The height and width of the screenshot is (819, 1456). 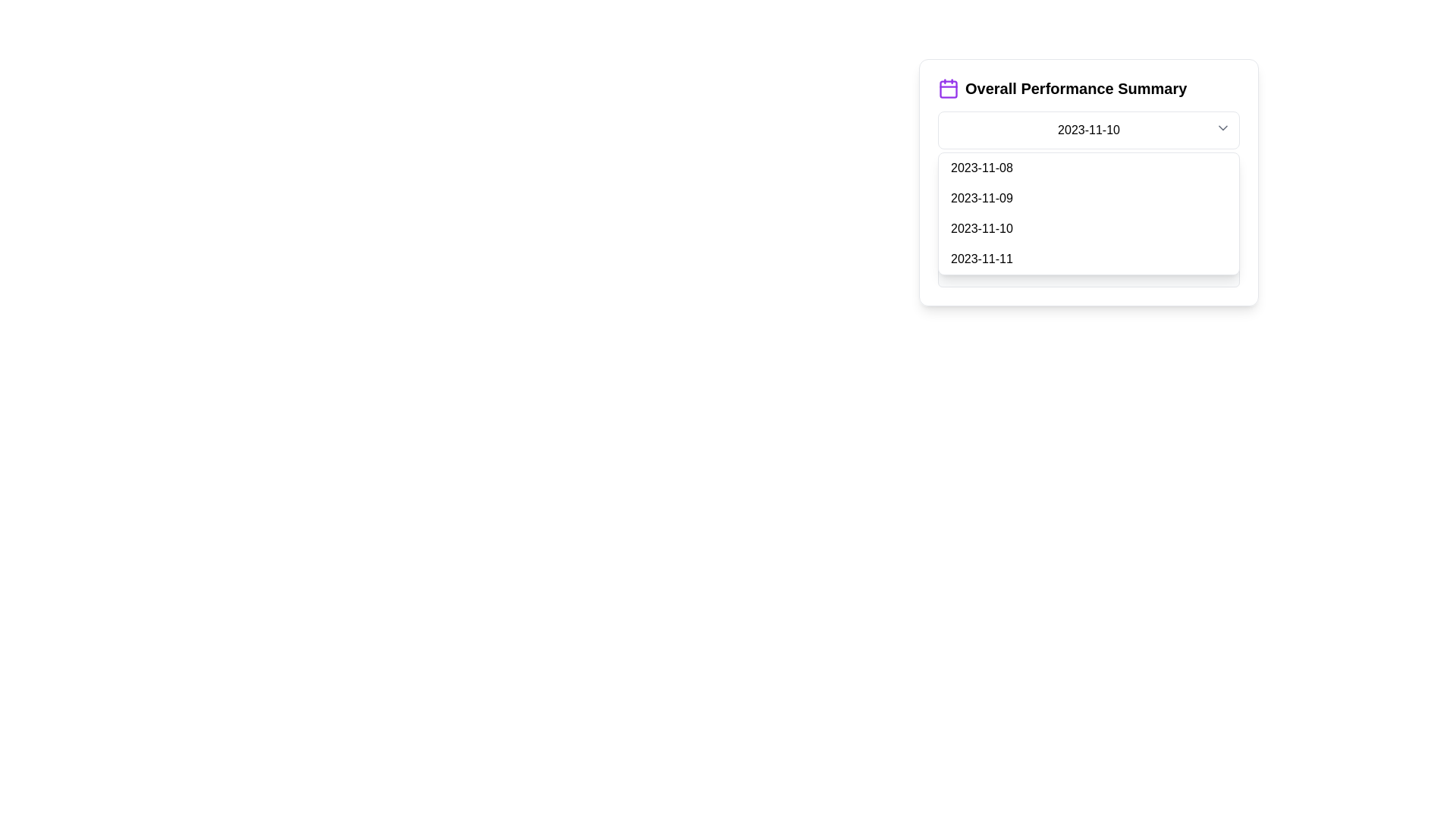 I want to click on the dropdown menu displaying the date '2023-11-10', so click(x=1087, y=130).